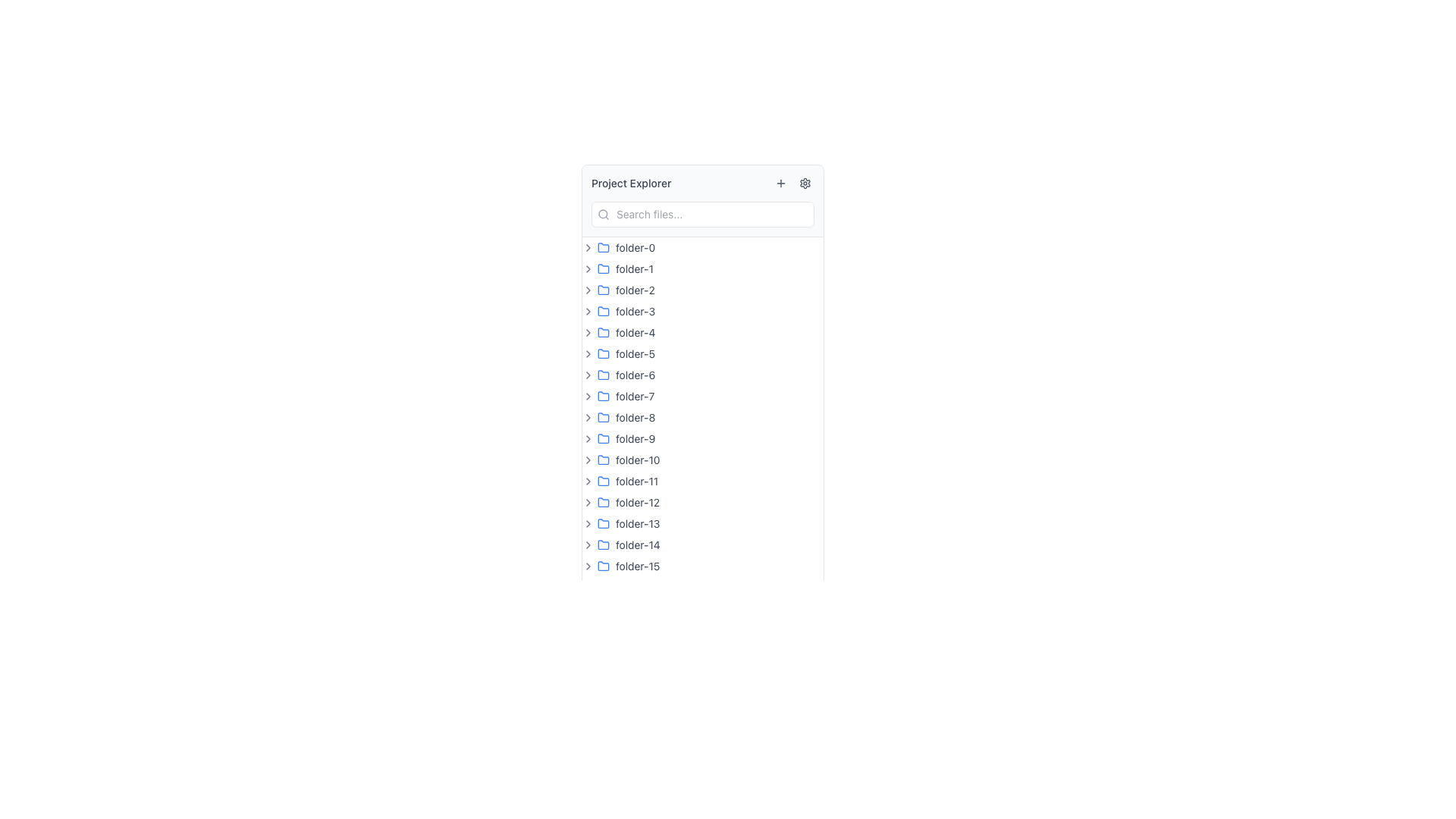  I want to click on the icon representing the 'folder-8', so click(603, 418).